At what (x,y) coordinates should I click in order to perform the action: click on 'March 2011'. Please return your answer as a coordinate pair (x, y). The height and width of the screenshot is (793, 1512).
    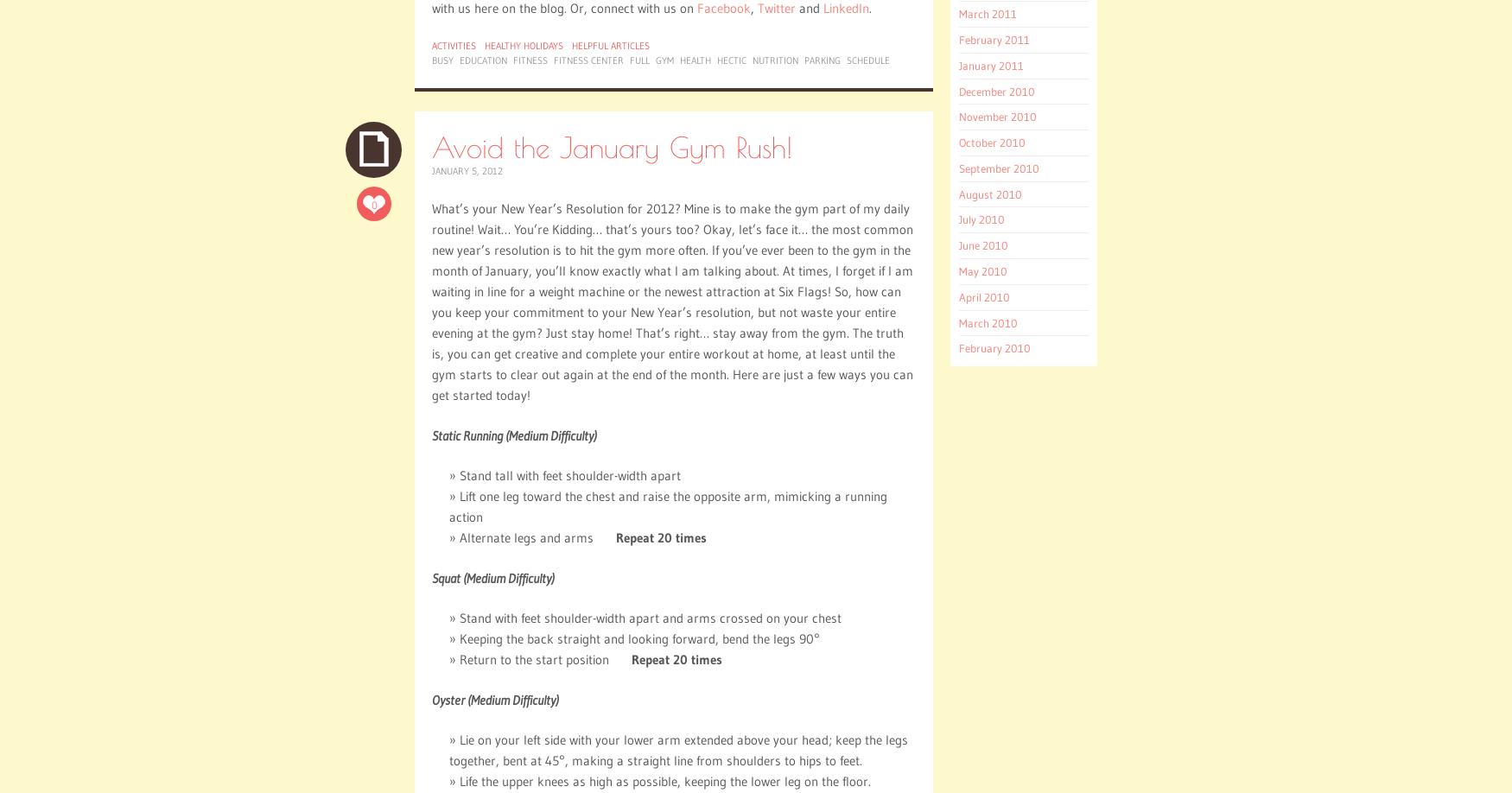
    Looking at the image, I should click on (987, 13).